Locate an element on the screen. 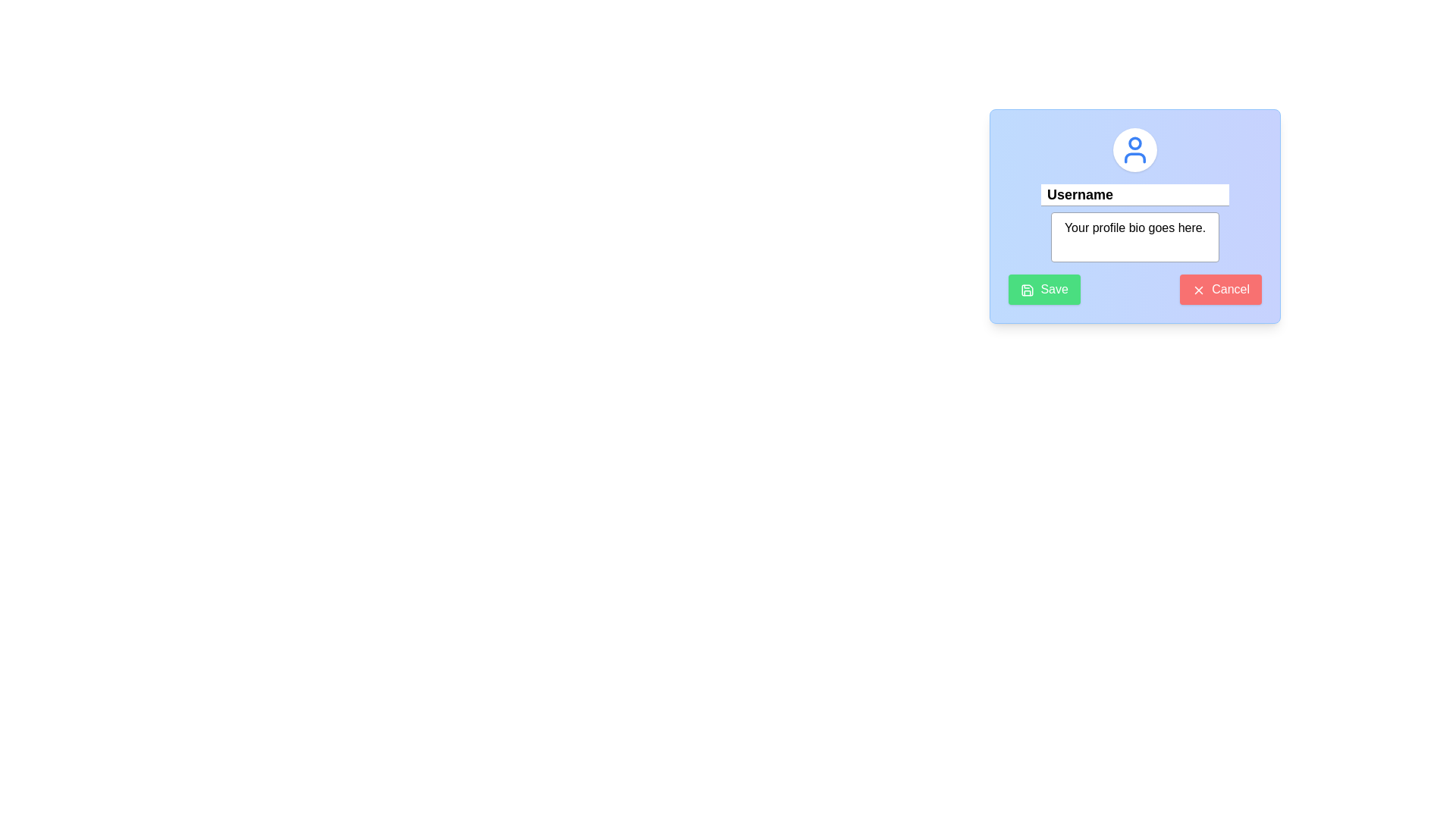  the 'Save' button located in the modal's footer section, which has a green background, rounded corners, and contains a save icon followed by the text 'Save' is located at coordinates (1043, 289).